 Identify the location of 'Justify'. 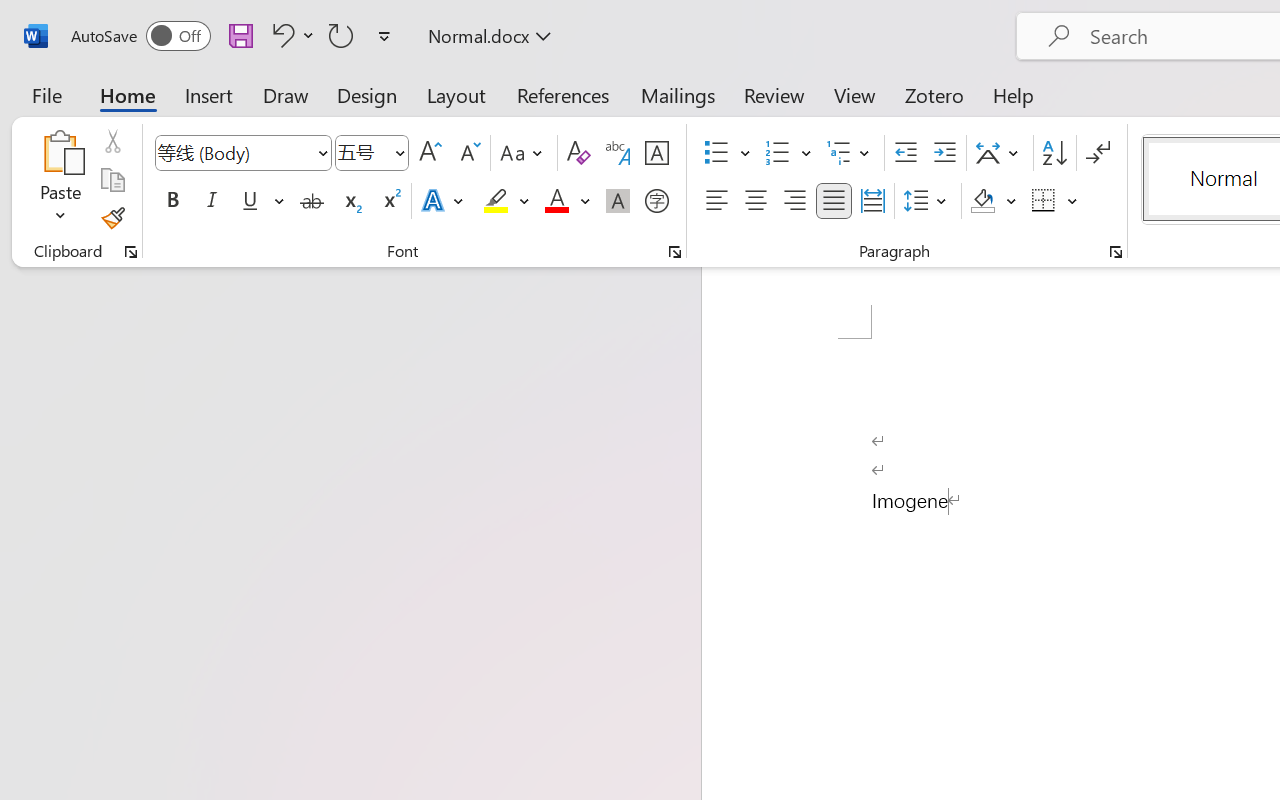
(834, 201).